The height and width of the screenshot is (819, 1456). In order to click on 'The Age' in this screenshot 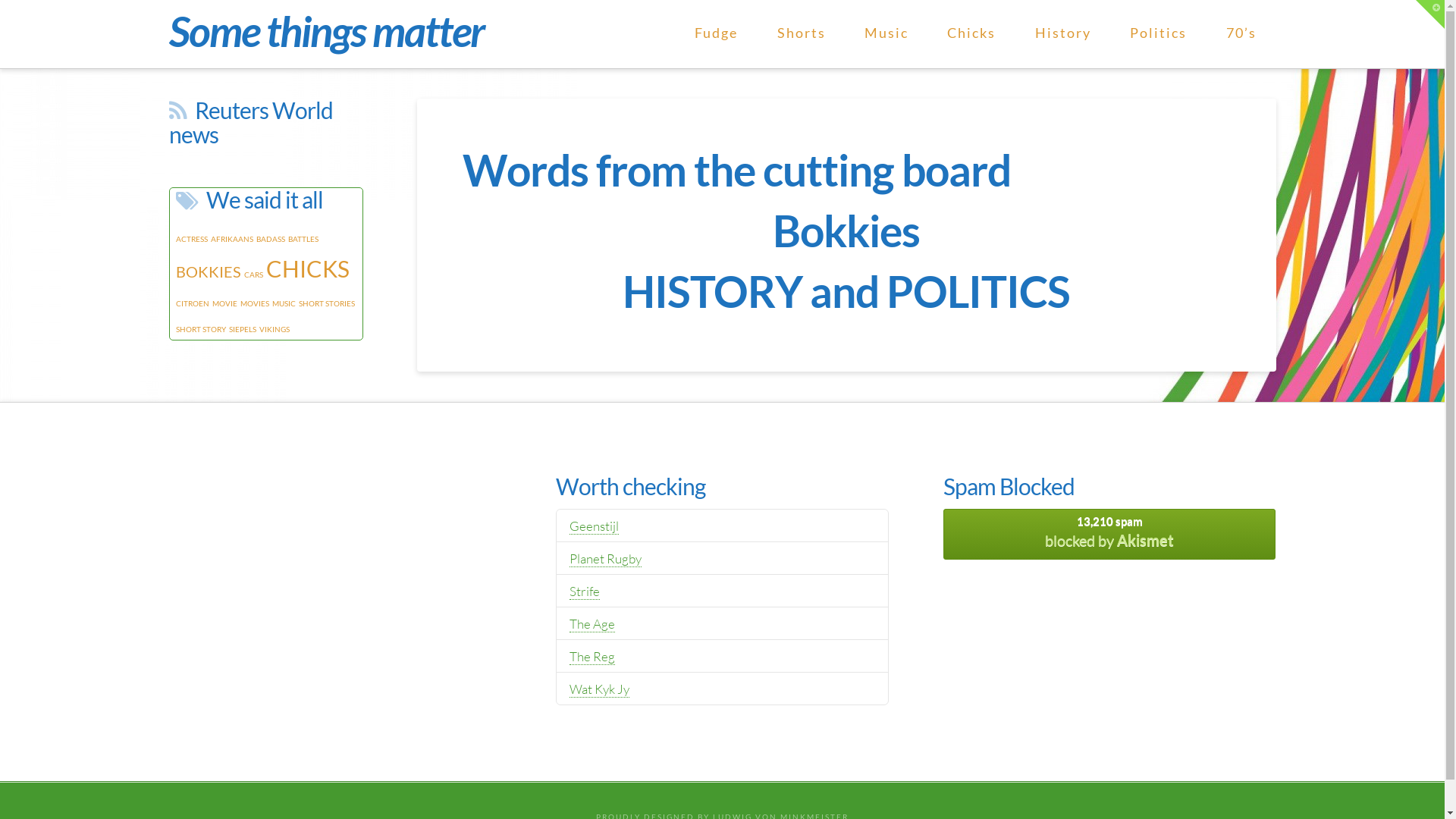, I will do `click(591, 623)`.